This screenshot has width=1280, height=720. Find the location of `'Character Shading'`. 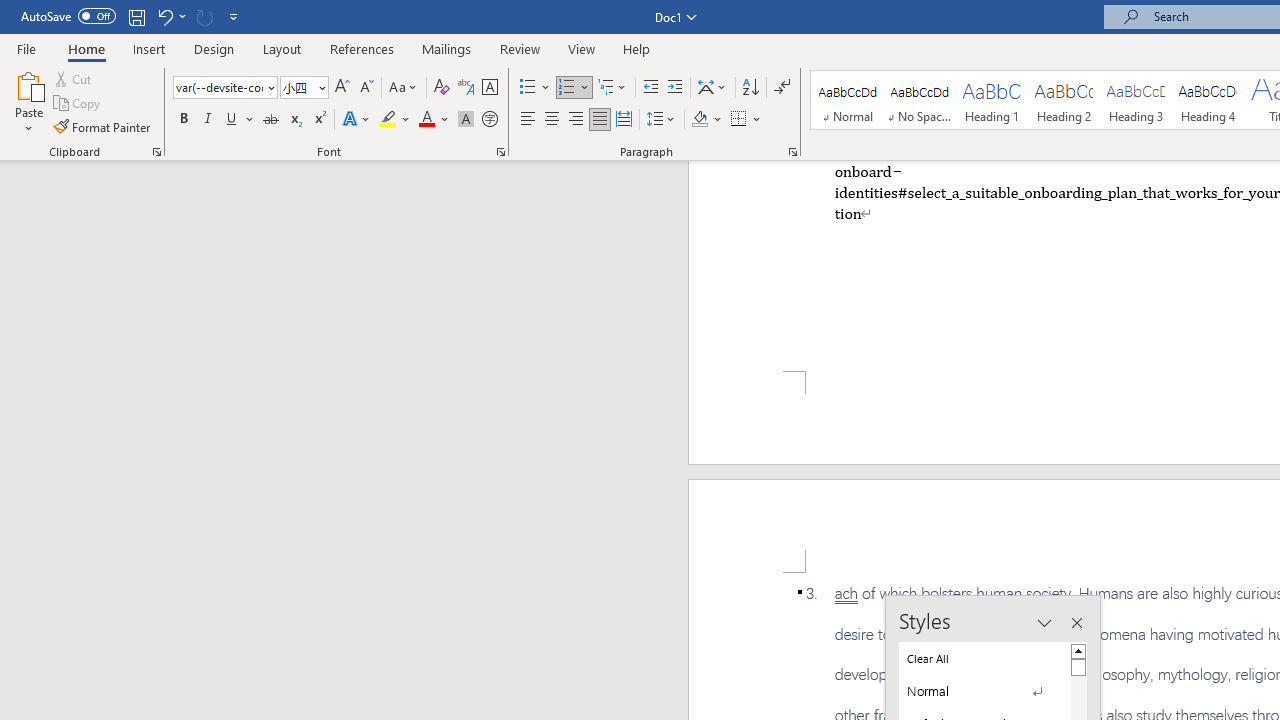

'Character Shading' is located at coordinates (464, 119).